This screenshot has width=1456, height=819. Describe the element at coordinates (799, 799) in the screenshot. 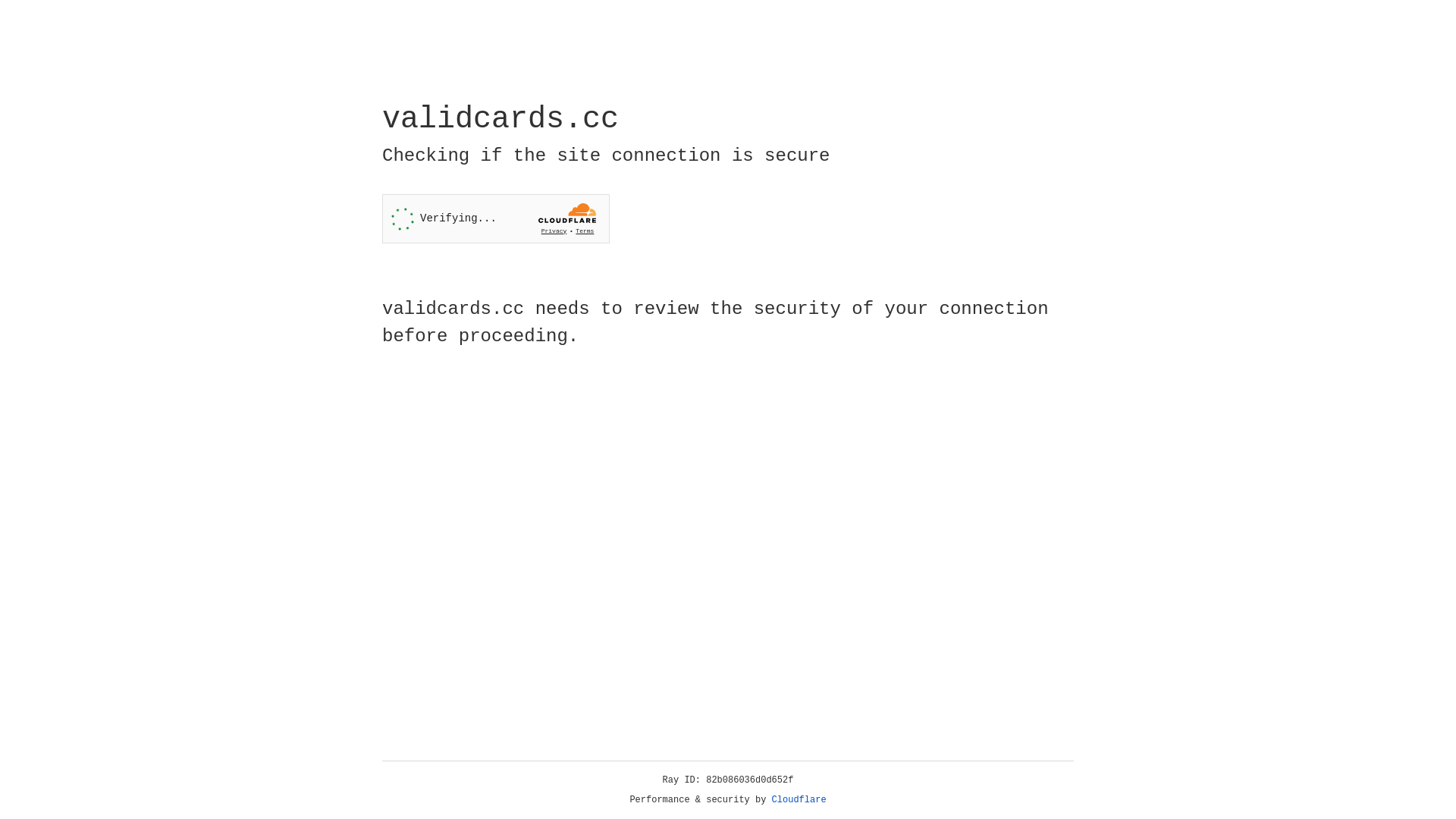

I see `'Cloudflare'` at that location.